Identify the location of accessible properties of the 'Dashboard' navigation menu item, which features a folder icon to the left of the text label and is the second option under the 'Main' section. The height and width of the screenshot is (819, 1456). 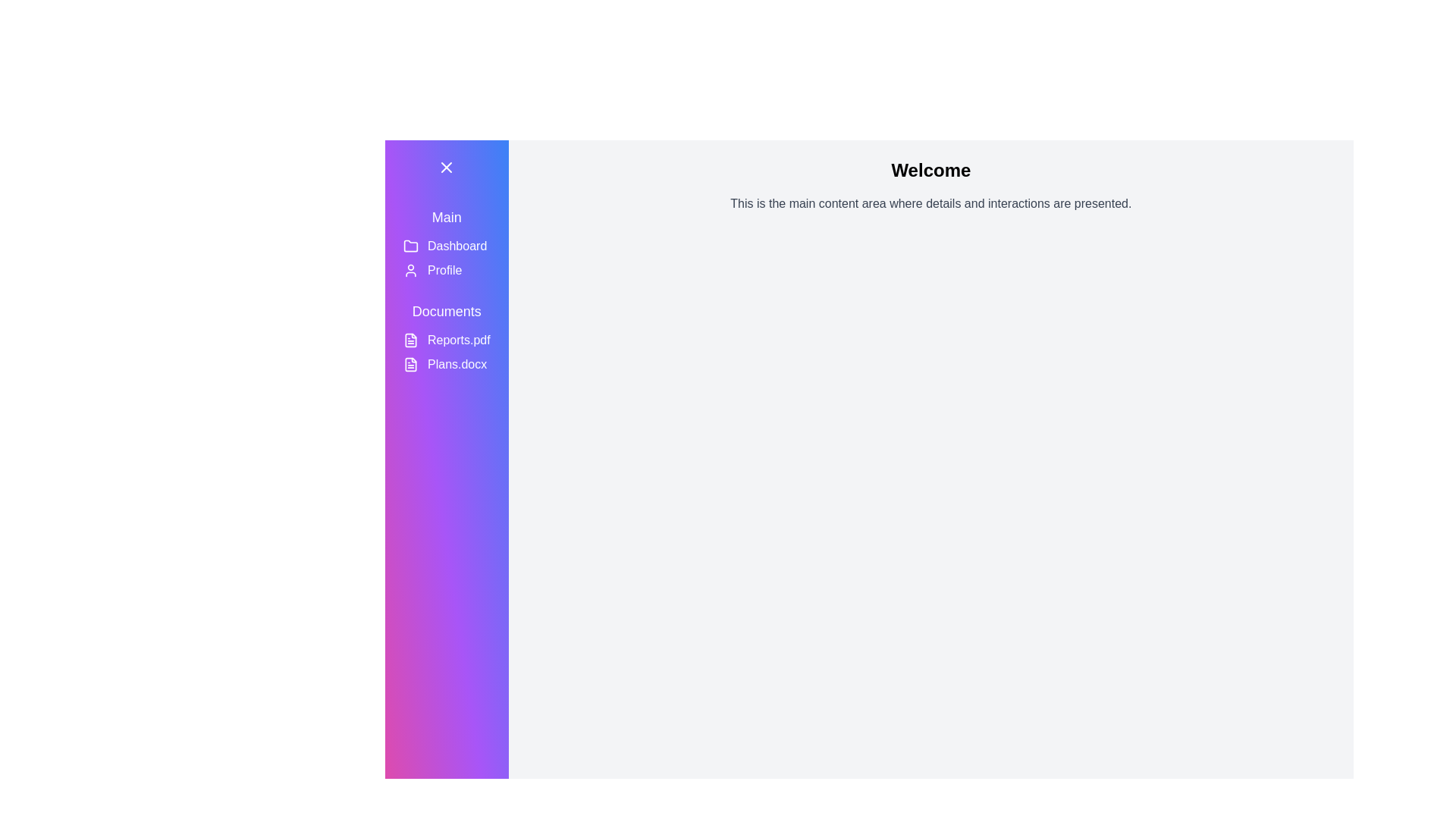
(446, 244).